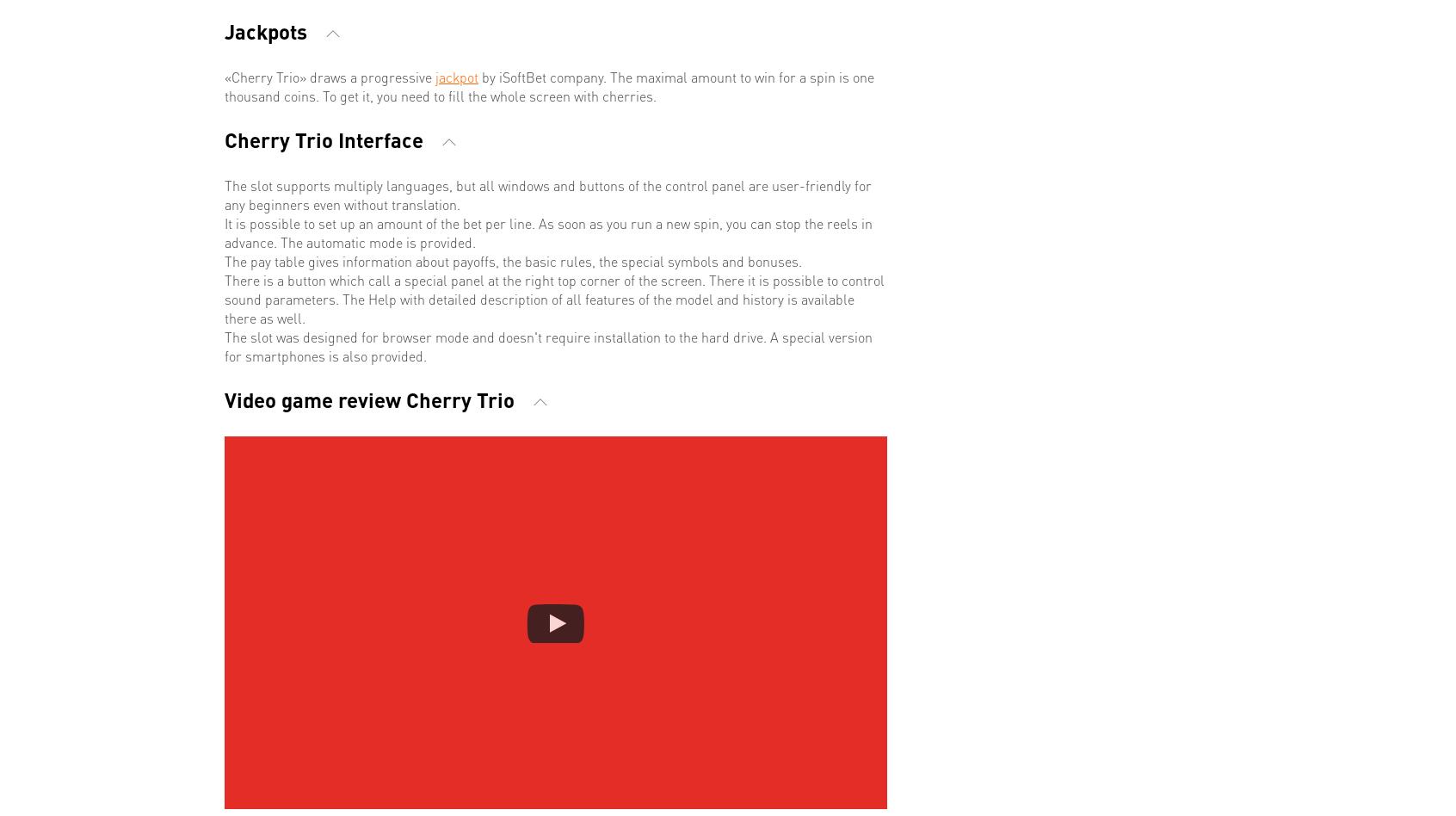 This screenshot has width=1456, height=816. I want to click on 'The slot was designed for browser mode and doesn't require installation to the hard drive. A special version for smartphones is also provided.', so click(548, 344).